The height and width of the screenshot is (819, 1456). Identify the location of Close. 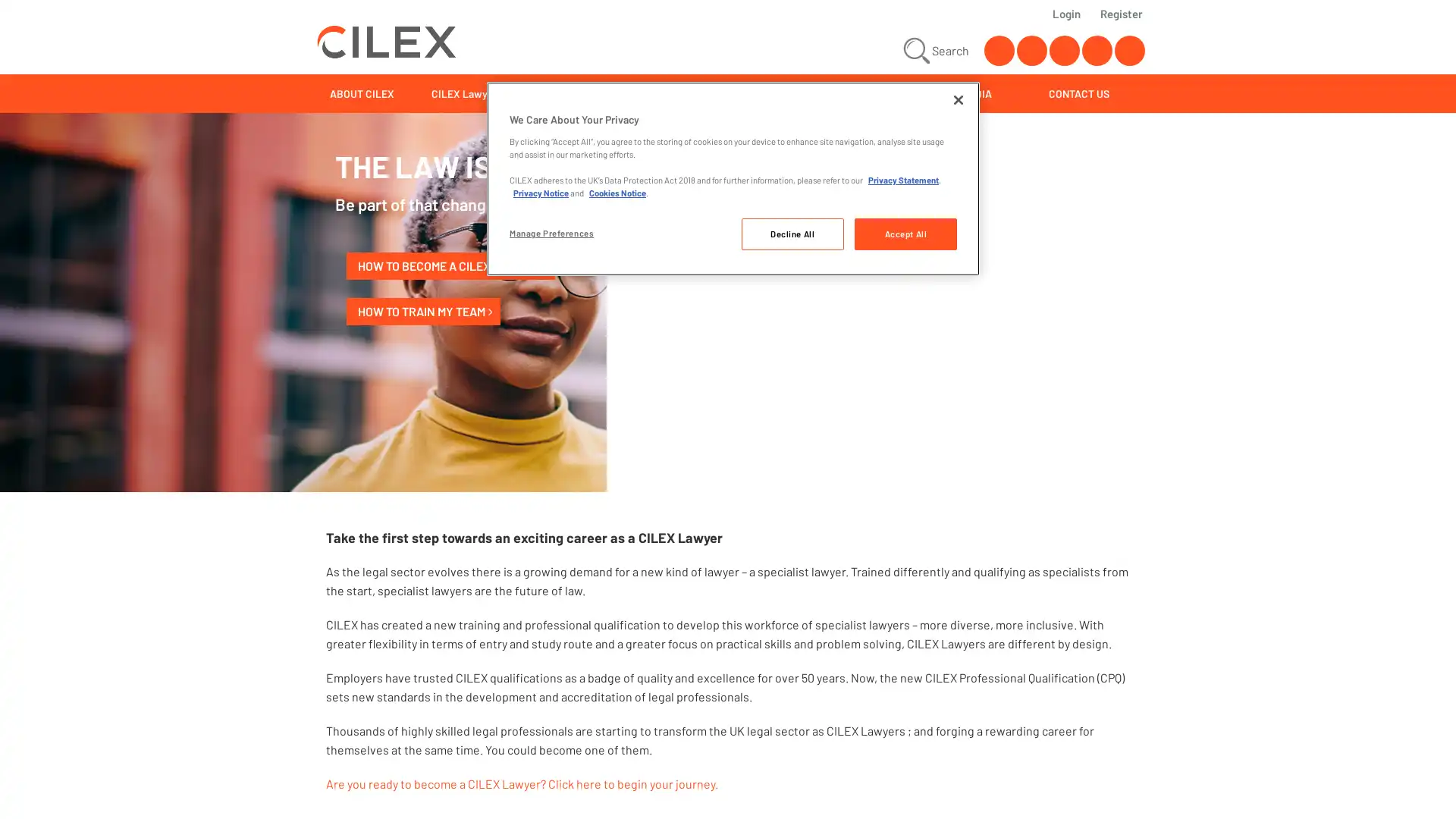
(957, 99).